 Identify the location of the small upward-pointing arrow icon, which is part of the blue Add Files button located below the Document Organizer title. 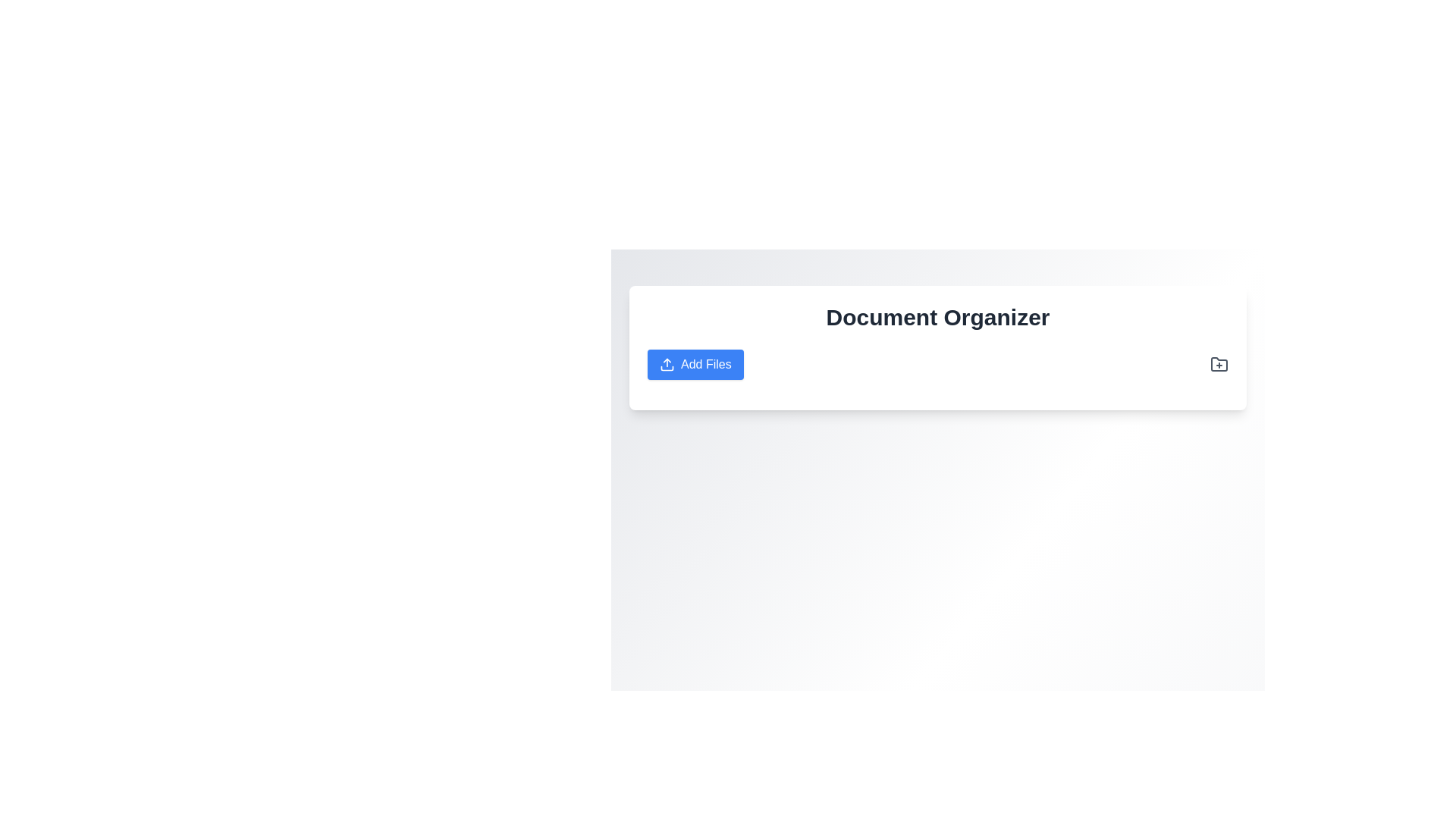
(667, 365).